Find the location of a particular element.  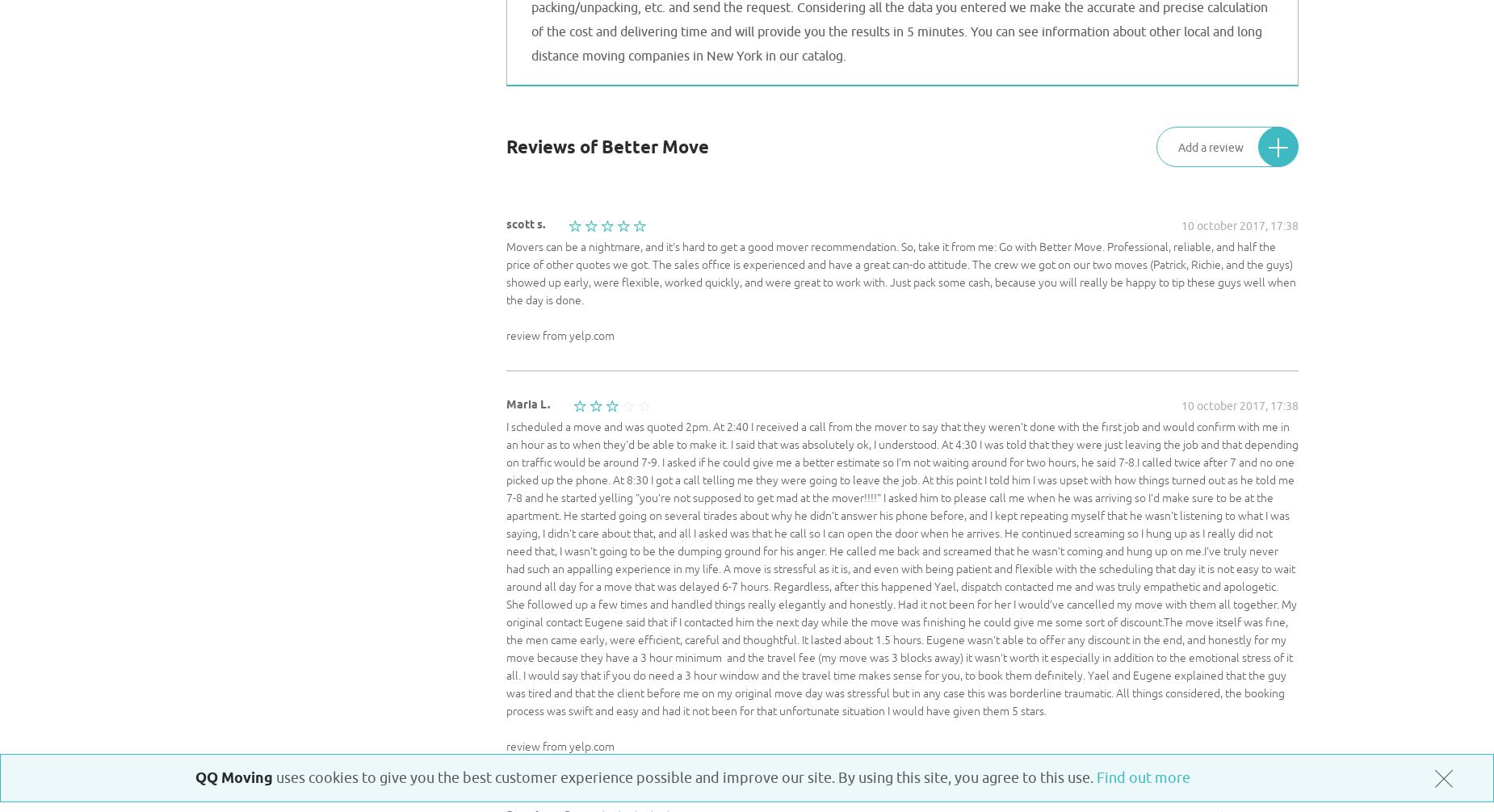

'Reviews of Better Move' is located at coordinates (607, 146).